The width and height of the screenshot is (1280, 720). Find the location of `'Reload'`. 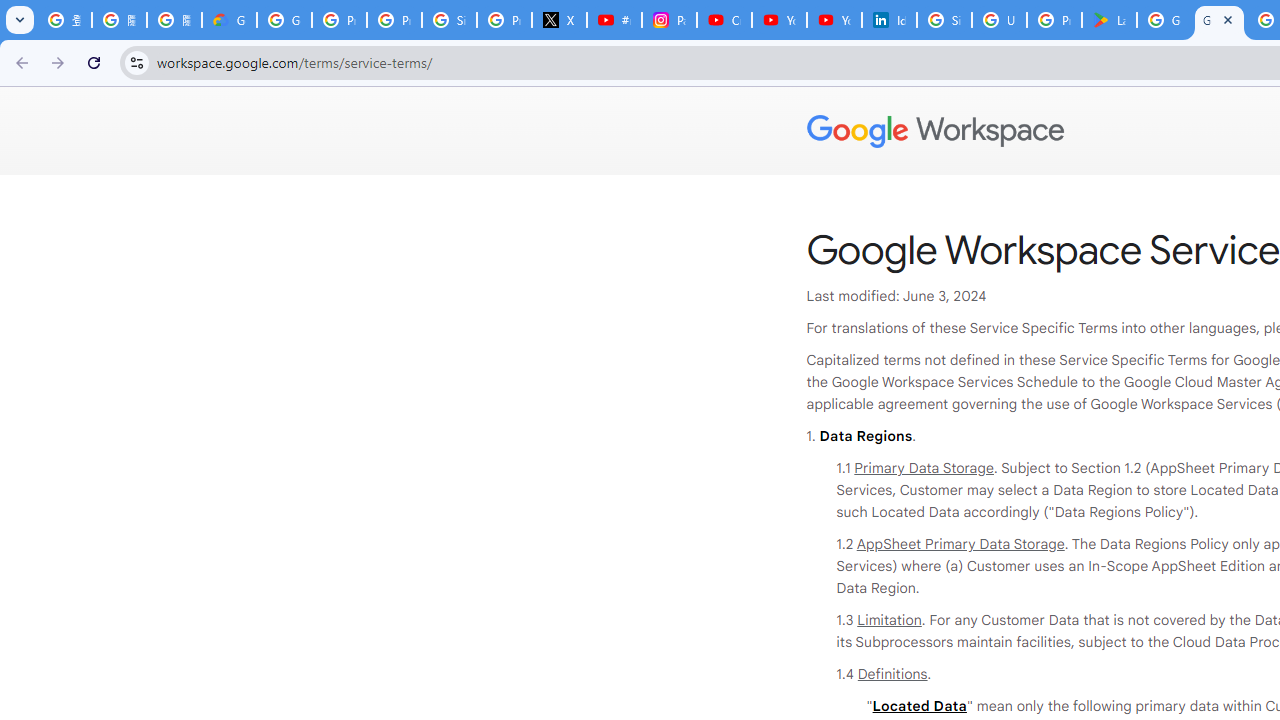

'Reload' is located at coordinates (93, 61).